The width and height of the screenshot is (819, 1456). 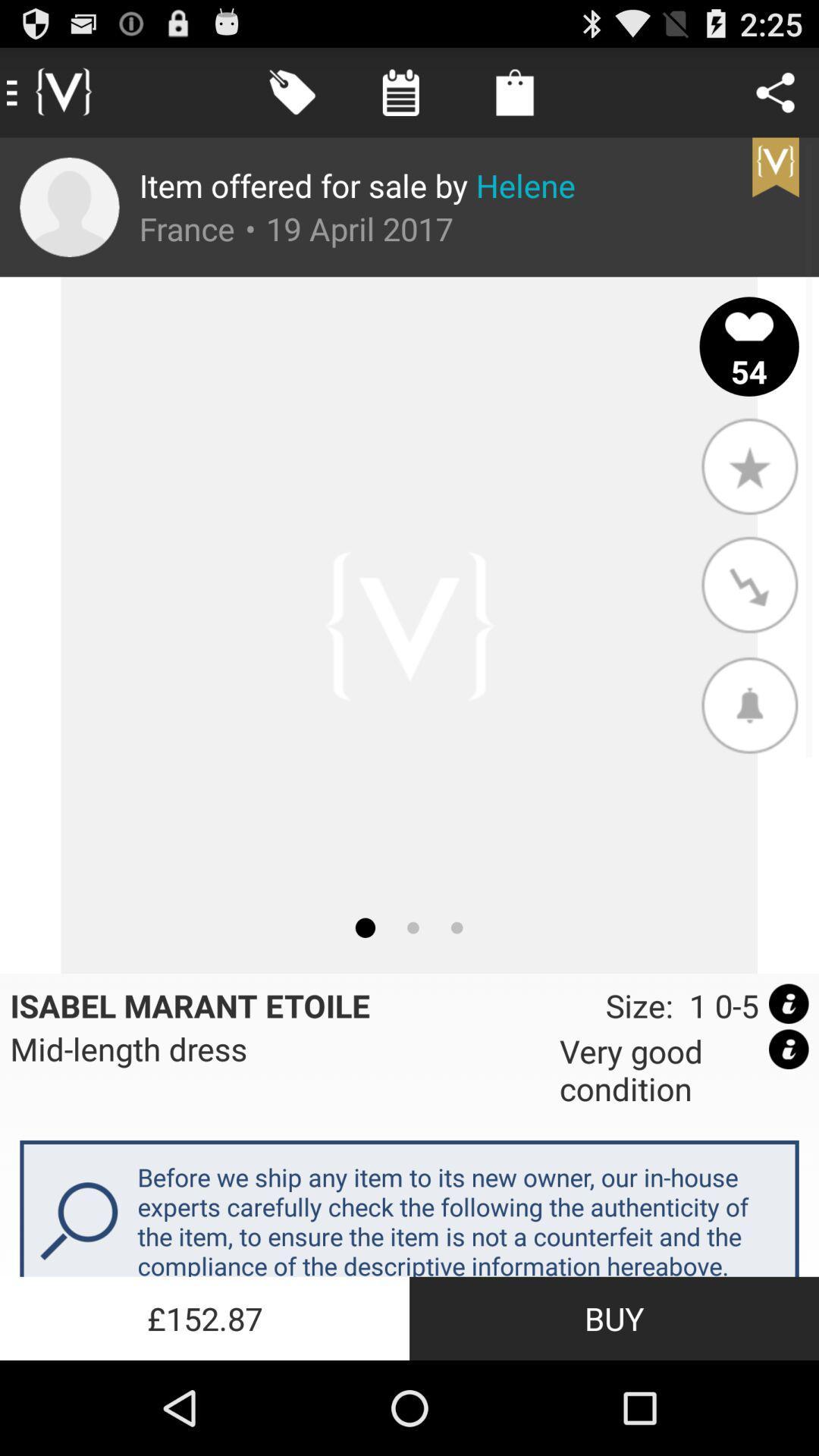 I want to click on item above size 1 0, so click(x=748, y=704).